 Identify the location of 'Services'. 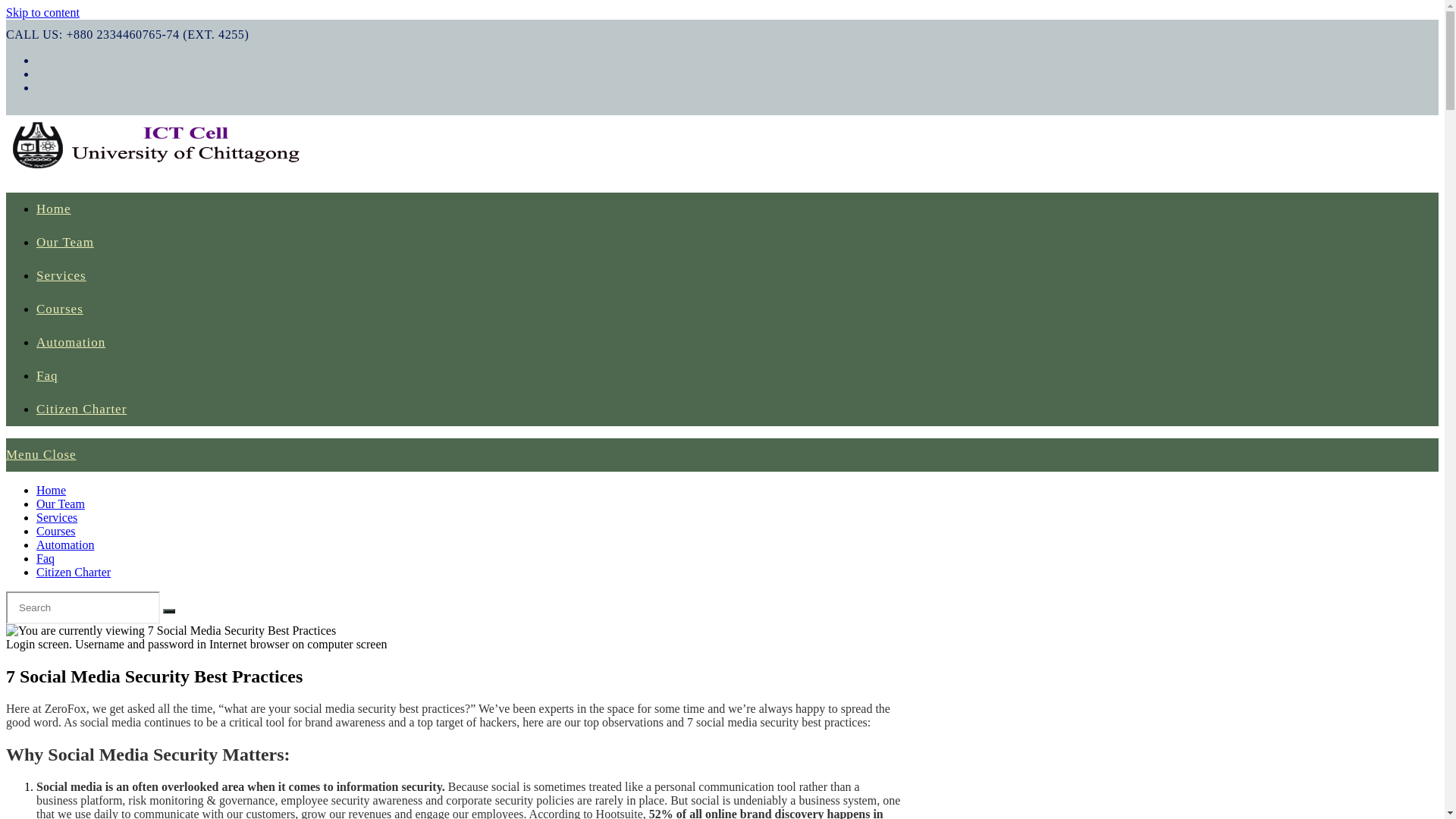
(57, 516).